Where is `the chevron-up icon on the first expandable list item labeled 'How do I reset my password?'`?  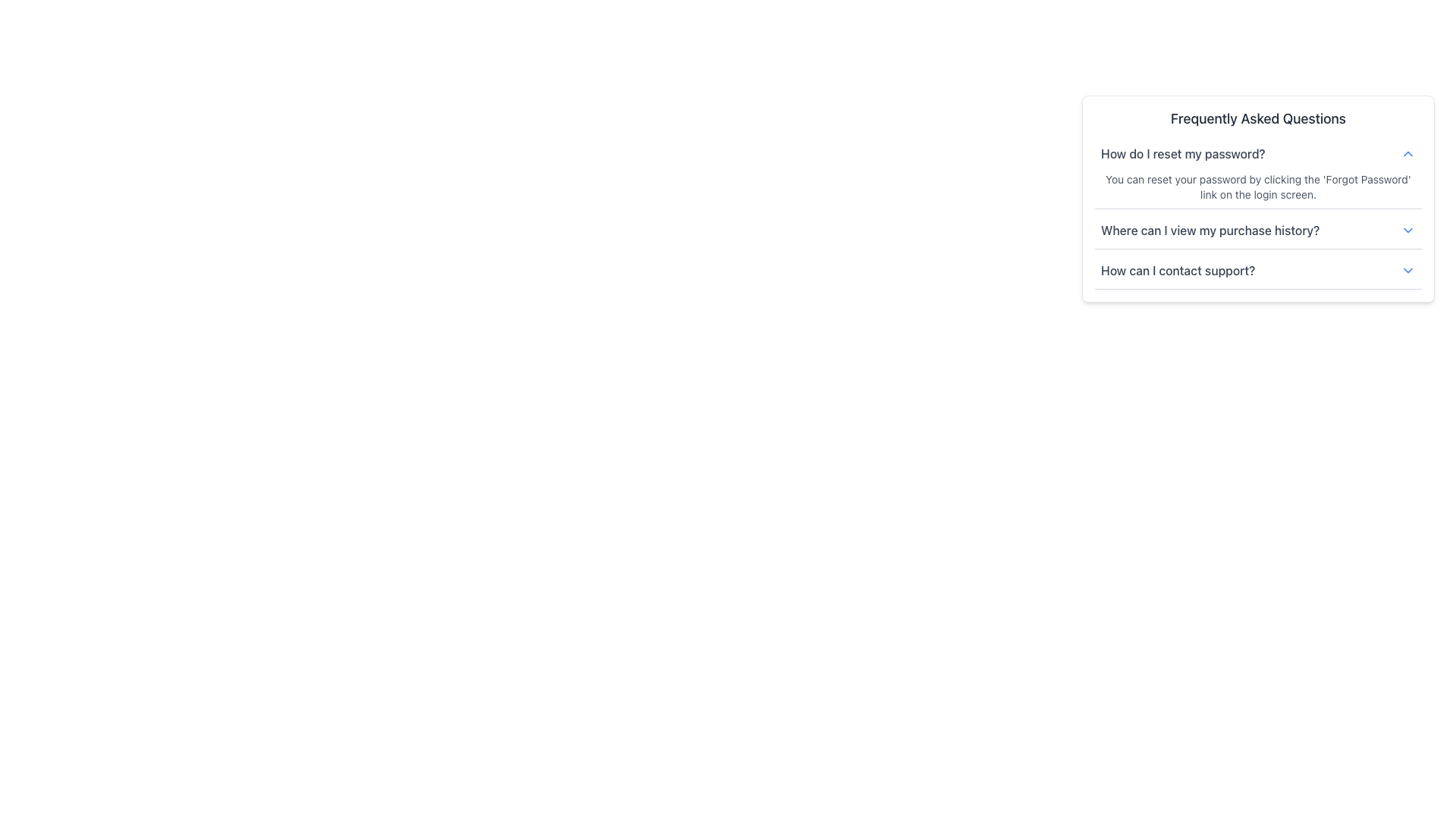 the chevron-up icon on the first expandable list item labeled 'How do I reset my password?' is located at coordinates (1258, 154).